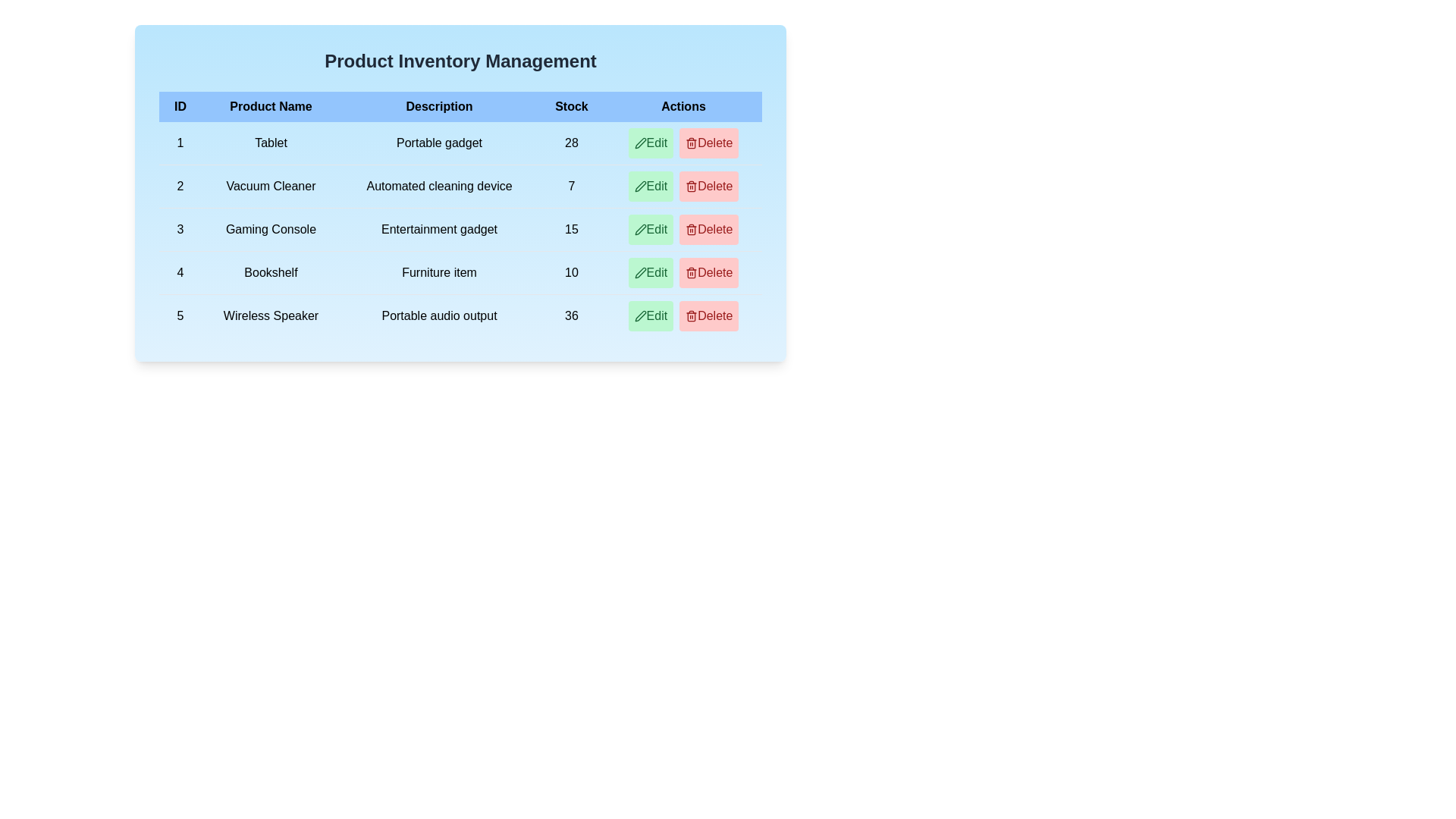 The width and height of the screenshot is (1456, 819). Describe the element at coordinates (691, 187) in the screenshot. I see `the vertical rectangle within the trash can icon in the 'Delete' button of the fifth row in the 'Actions' column` at that location.